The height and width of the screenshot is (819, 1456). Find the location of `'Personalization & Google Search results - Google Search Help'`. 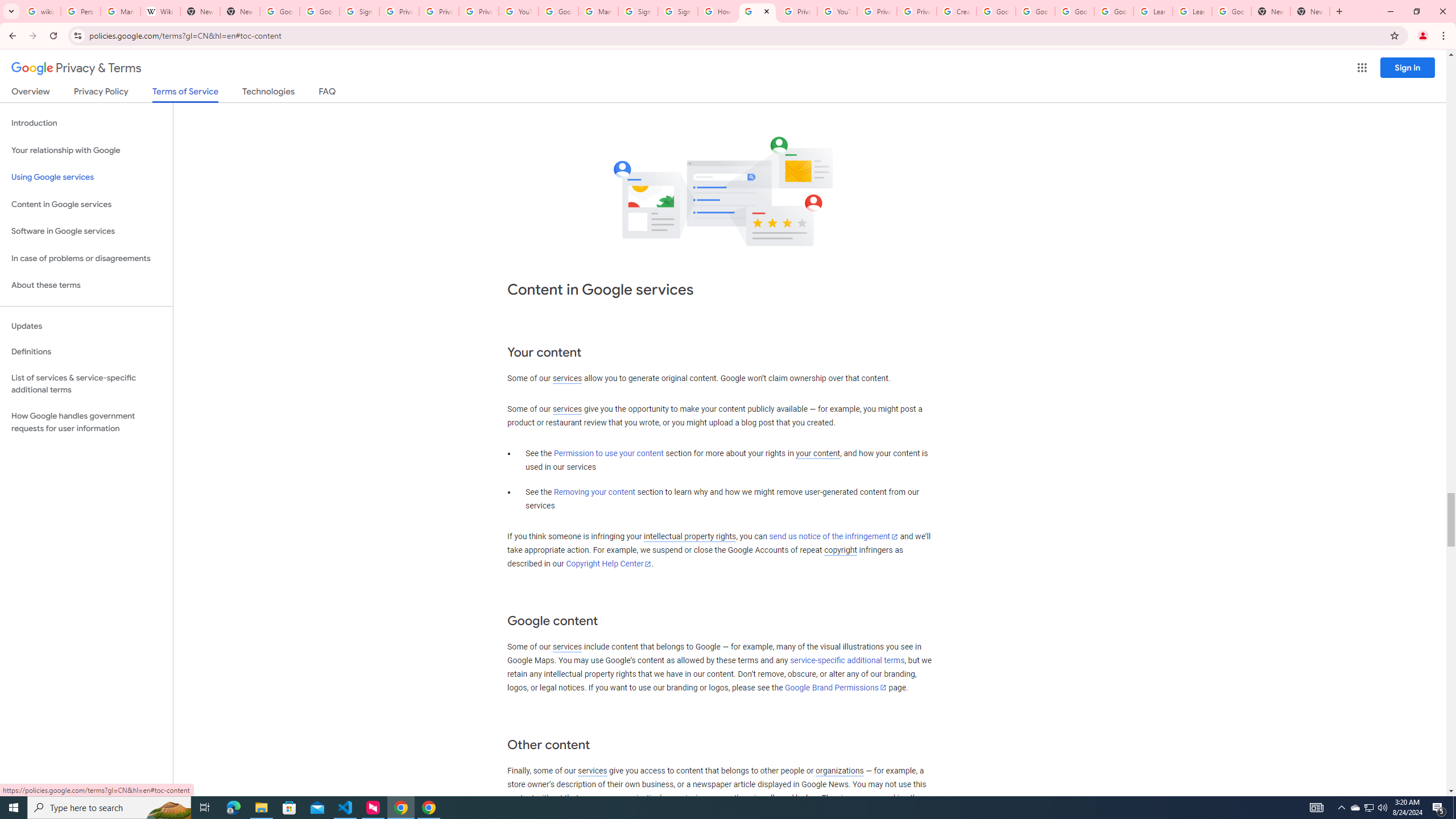

'Personalization & Google Search results - Google Search Help' is located at coordinates (81, 11).